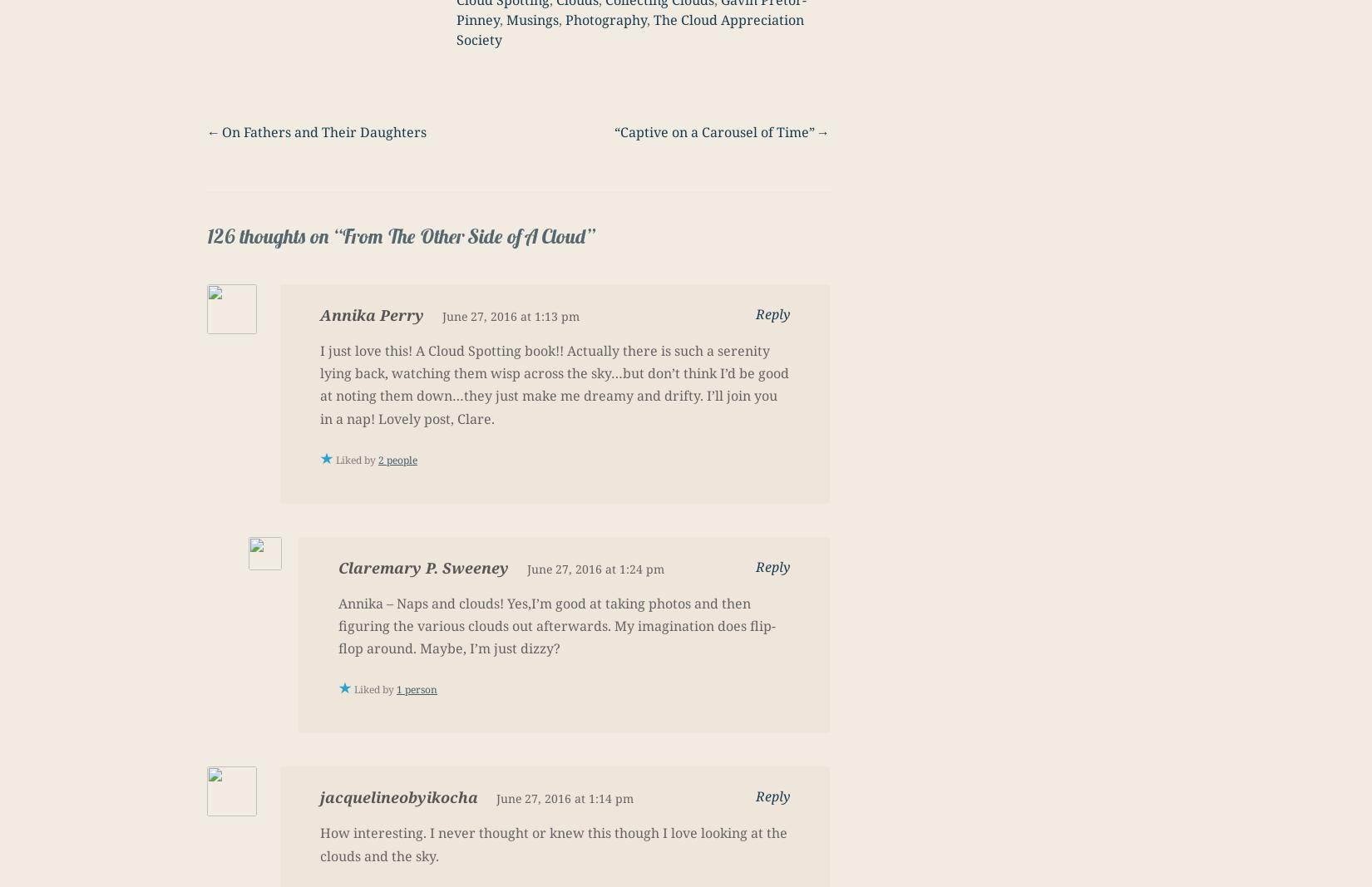 The image size is (1372, 887). Describe the element at coordinates (595, 568) in the screenshot. I see `'June 27, 2016 at 1:24 pm'` at that location.